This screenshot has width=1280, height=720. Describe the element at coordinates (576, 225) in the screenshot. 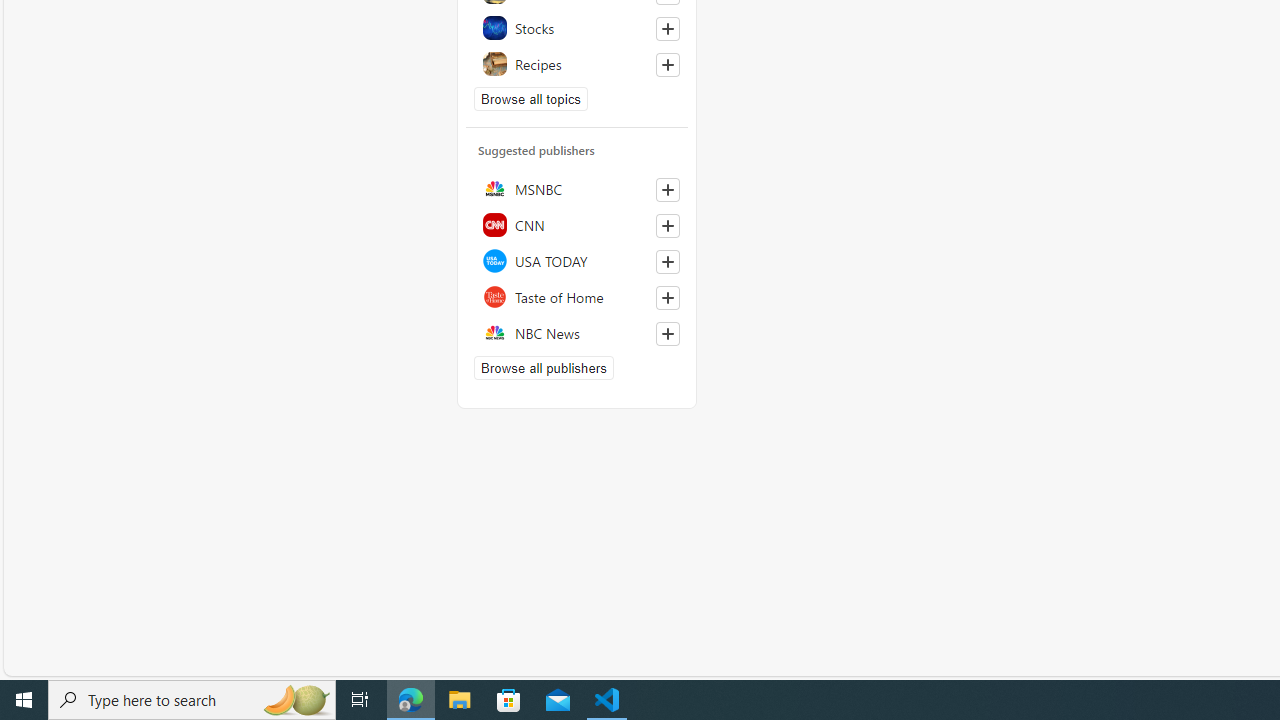

I see `'CNN'` at that location.